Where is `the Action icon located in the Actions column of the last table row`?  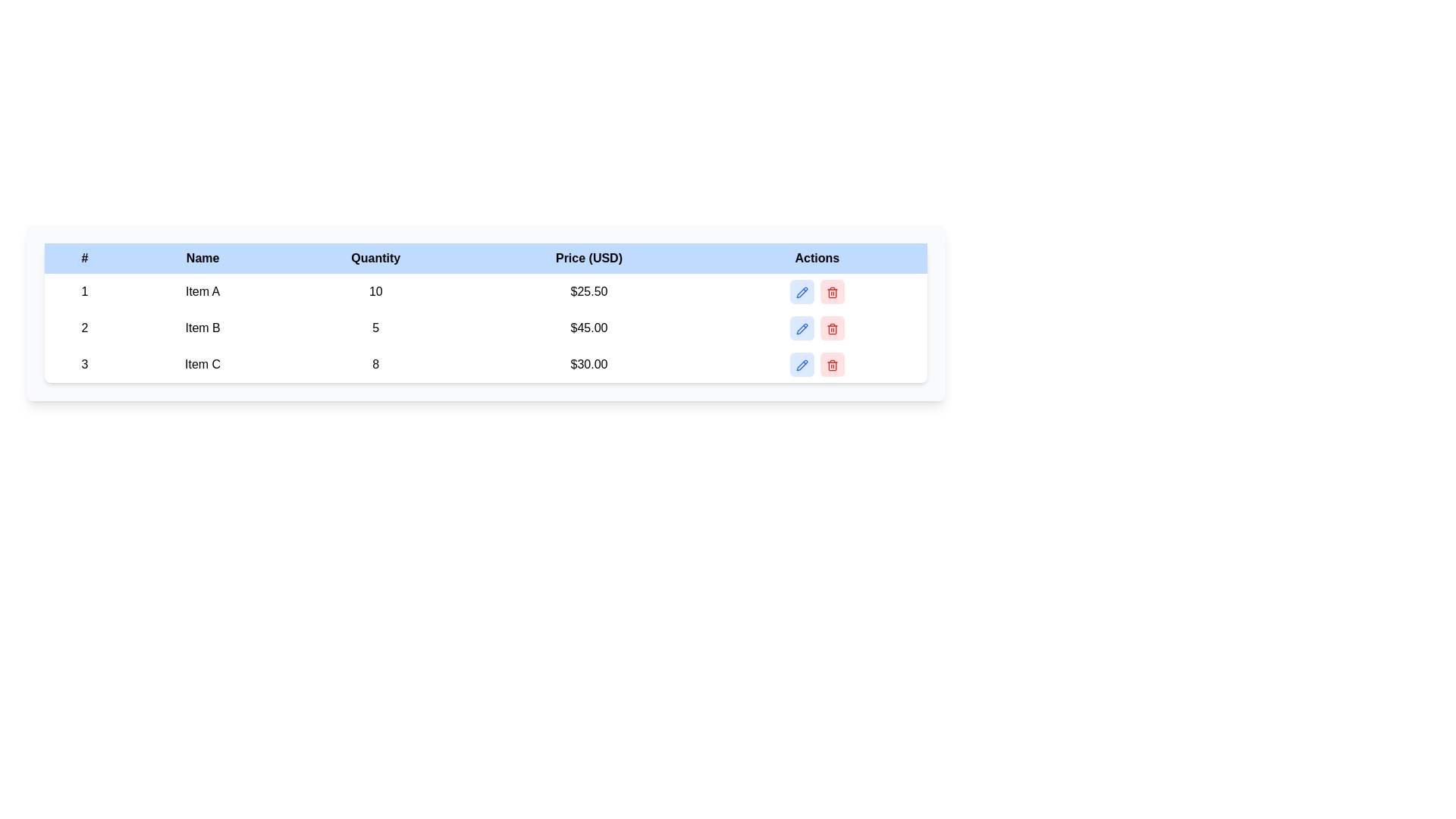 the Action icon located in the Actions column of the last table row is located at coordinates (831, 365).